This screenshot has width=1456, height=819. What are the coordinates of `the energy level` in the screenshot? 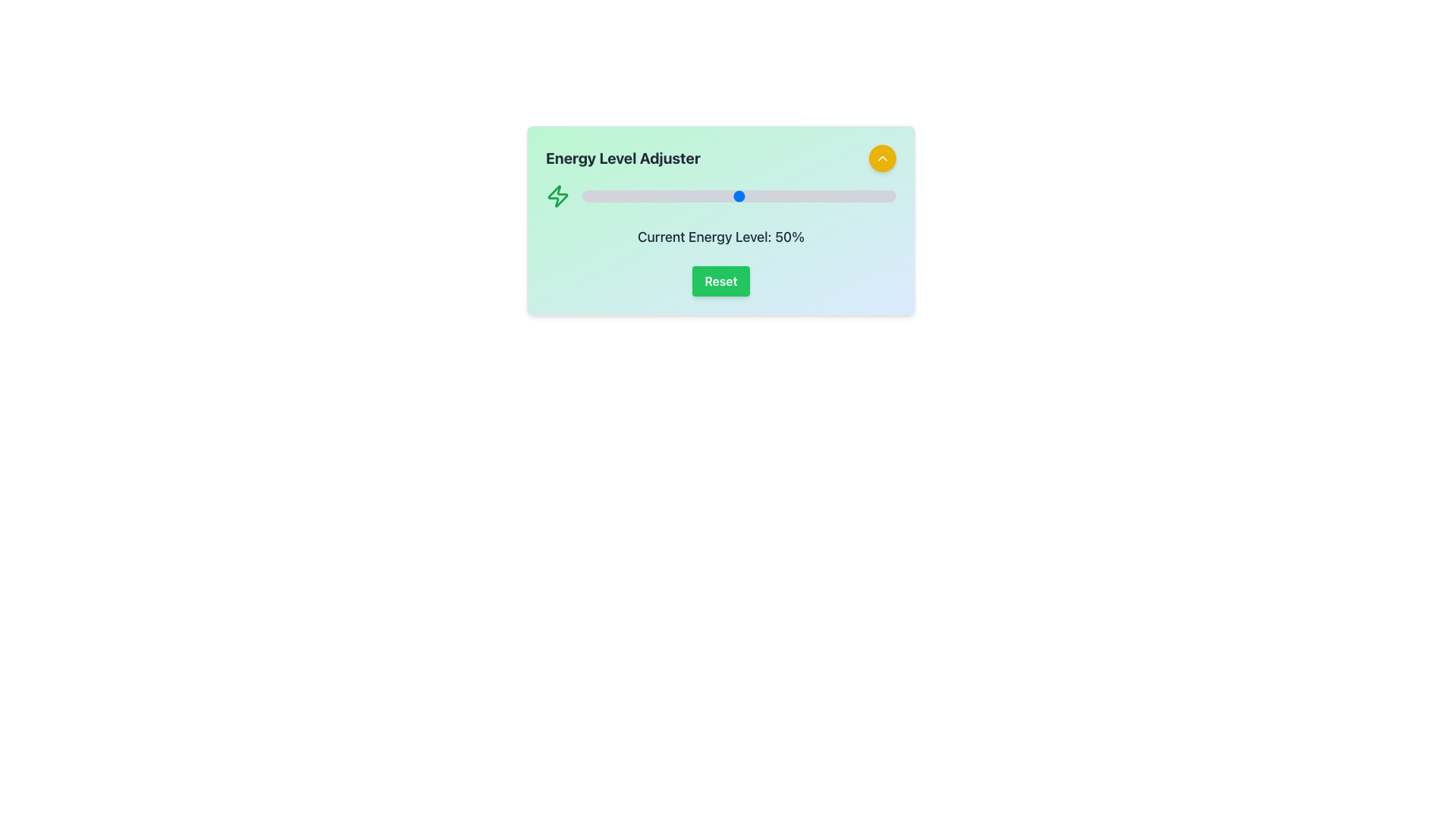 It's located at (613, 195).